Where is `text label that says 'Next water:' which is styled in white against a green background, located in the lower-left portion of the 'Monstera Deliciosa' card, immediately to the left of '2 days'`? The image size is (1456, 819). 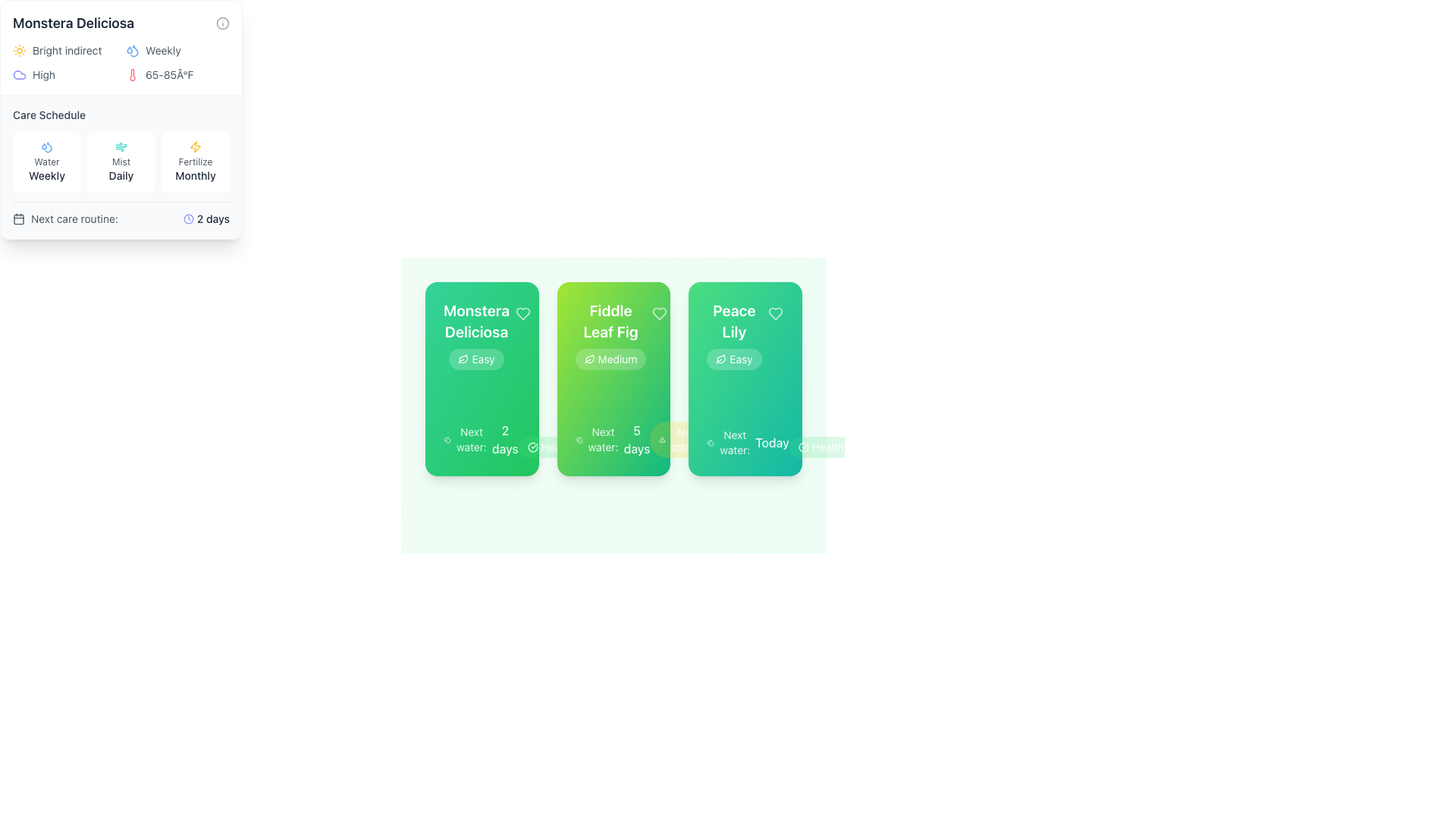
text label that says 'Next water:' which is styled in white against a green background, located in the lower-left portion of the 'Monstera Deliciosa' card, immediately to the left of '2 days' is located at coordinates (470, 439).